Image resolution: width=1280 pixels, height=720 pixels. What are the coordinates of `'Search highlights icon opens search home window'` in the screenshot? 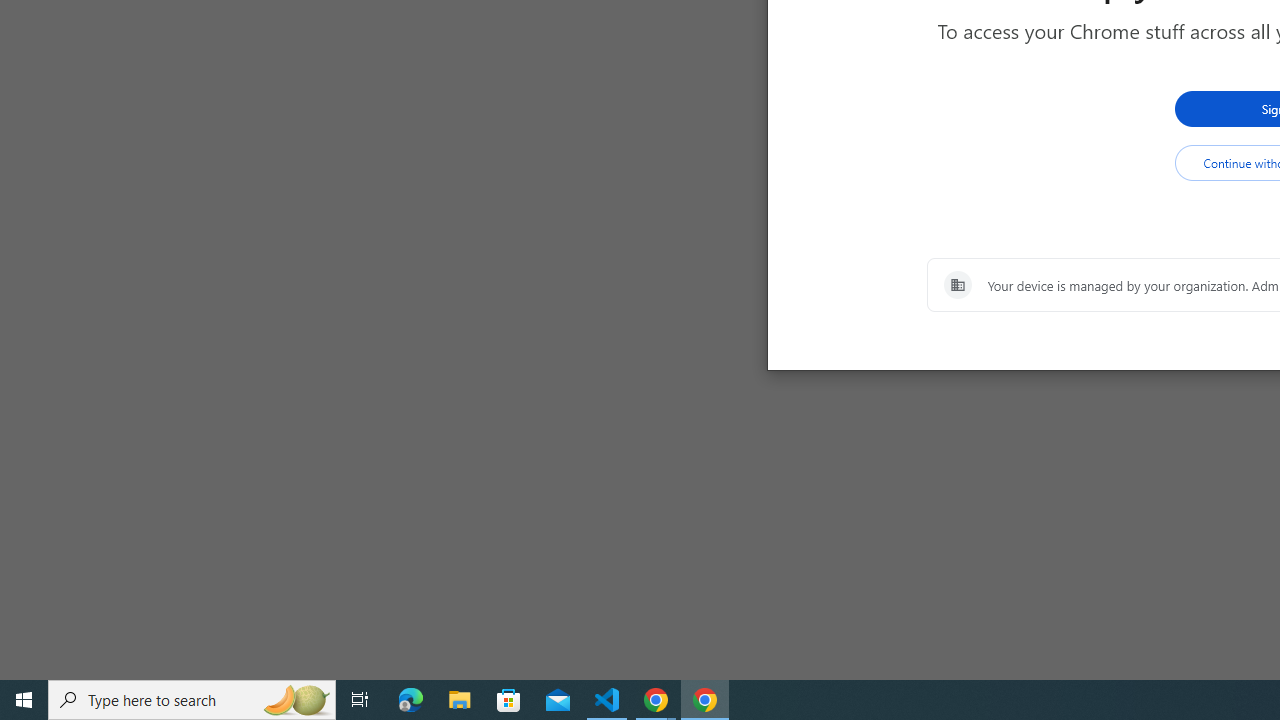 It's located at (294, 698).